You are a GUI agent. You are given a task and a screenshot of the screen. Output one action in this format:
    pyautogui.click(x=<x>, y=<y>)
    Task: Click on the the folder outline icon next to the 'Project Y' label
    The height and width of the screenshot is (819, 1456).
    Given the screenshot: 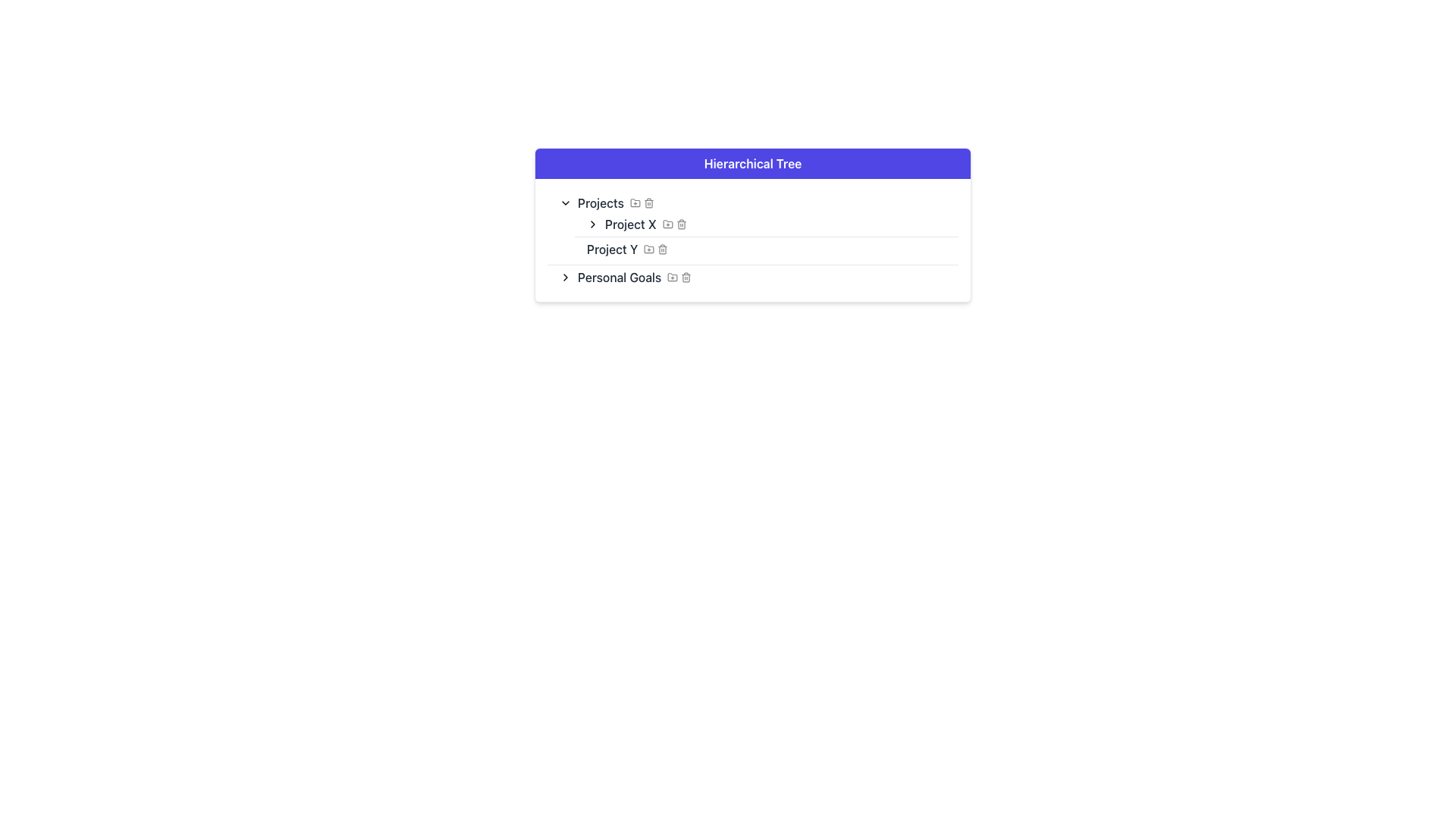 What is the action you would take?
    pyautogui.click(x=649, y=248)
    